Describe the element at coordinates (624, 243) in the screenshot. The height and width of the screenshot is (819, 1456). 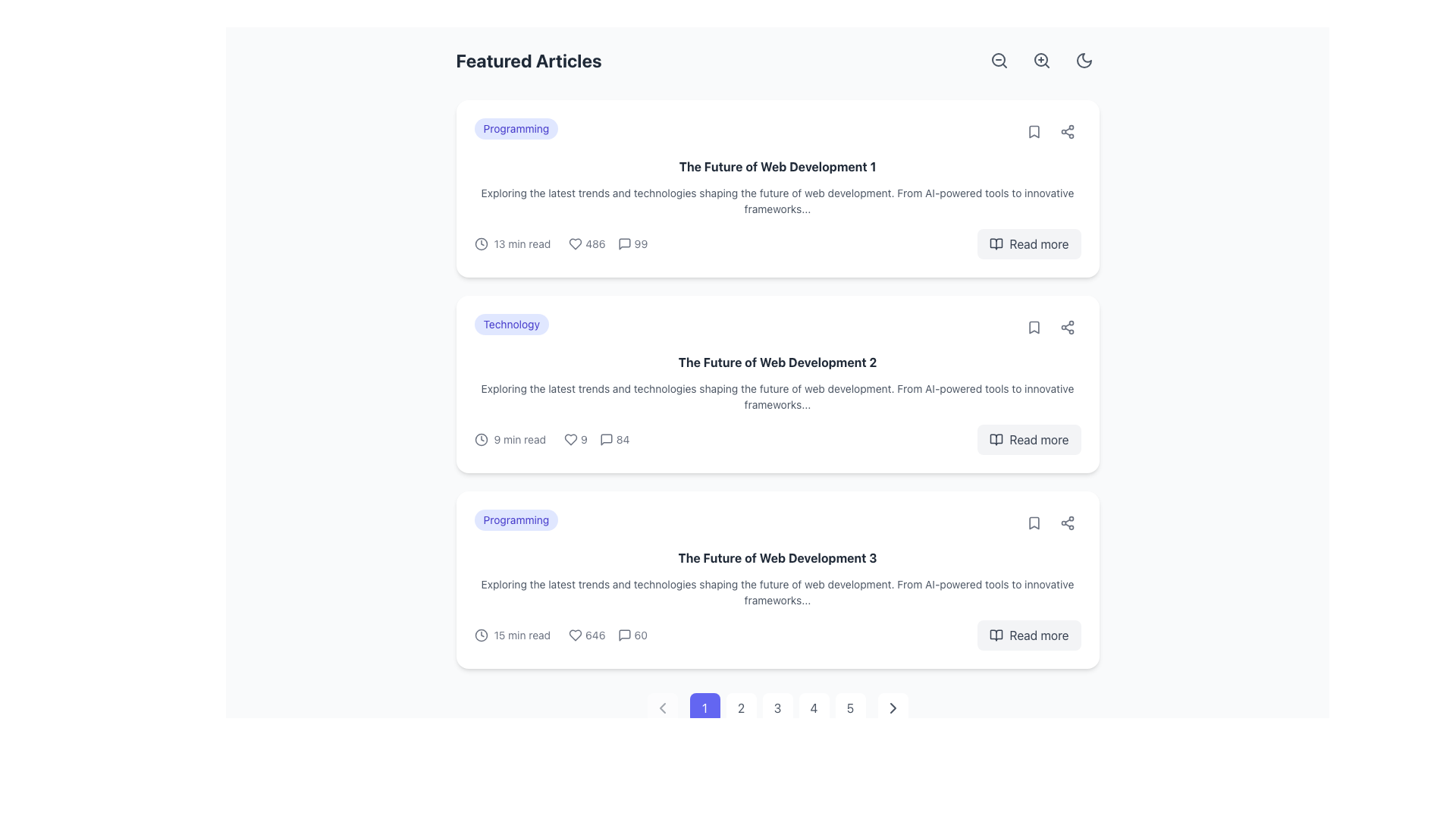
I see `the comments icon located to the right of the heart icon in the article card titled 'The Future of Web Development 1', which allows interaction with comments related to the article` at that location.